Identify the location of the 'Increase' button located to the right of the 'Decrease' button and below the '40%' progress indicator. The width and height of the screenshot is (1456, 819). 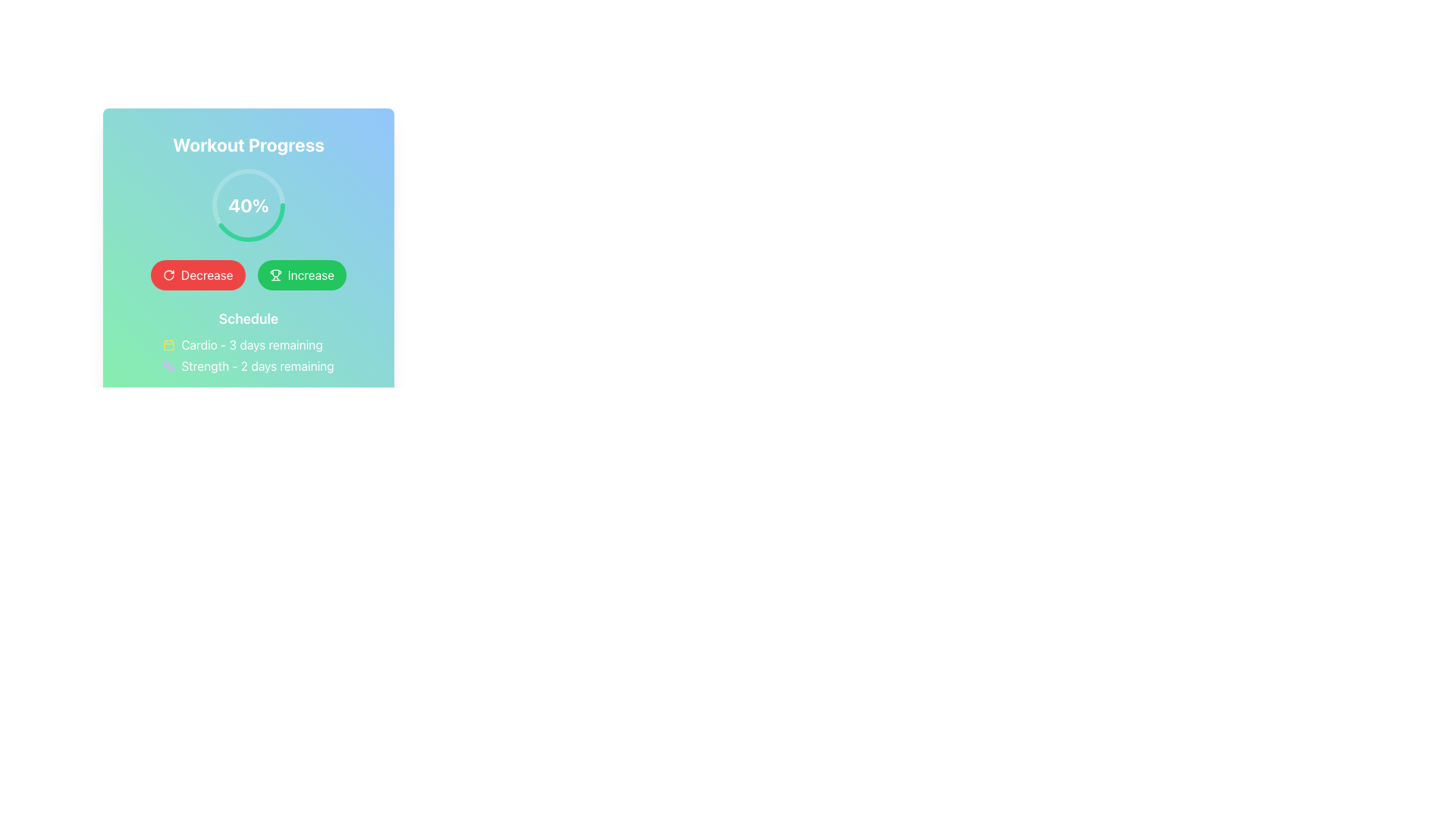
(302, 275).